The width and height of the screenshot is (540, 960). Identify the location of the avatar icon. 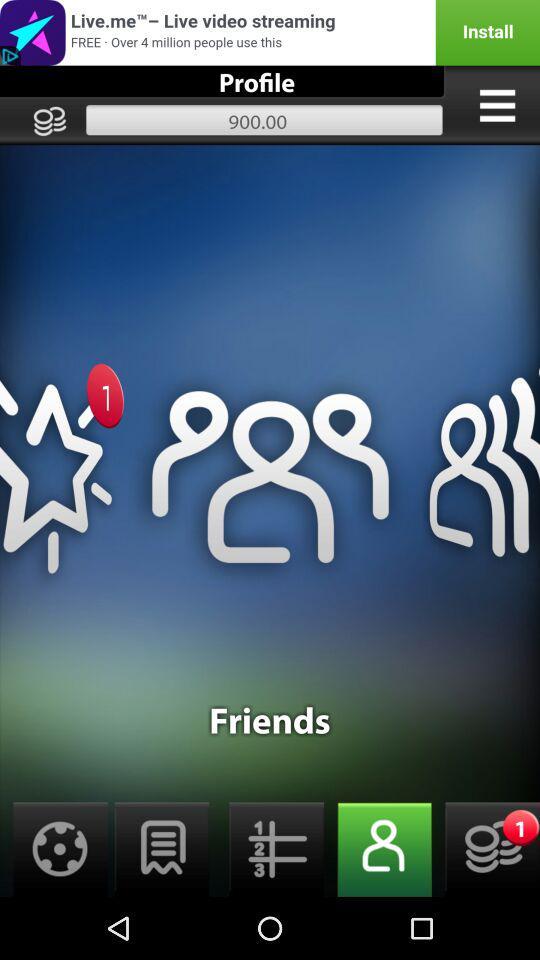
(378, 909).